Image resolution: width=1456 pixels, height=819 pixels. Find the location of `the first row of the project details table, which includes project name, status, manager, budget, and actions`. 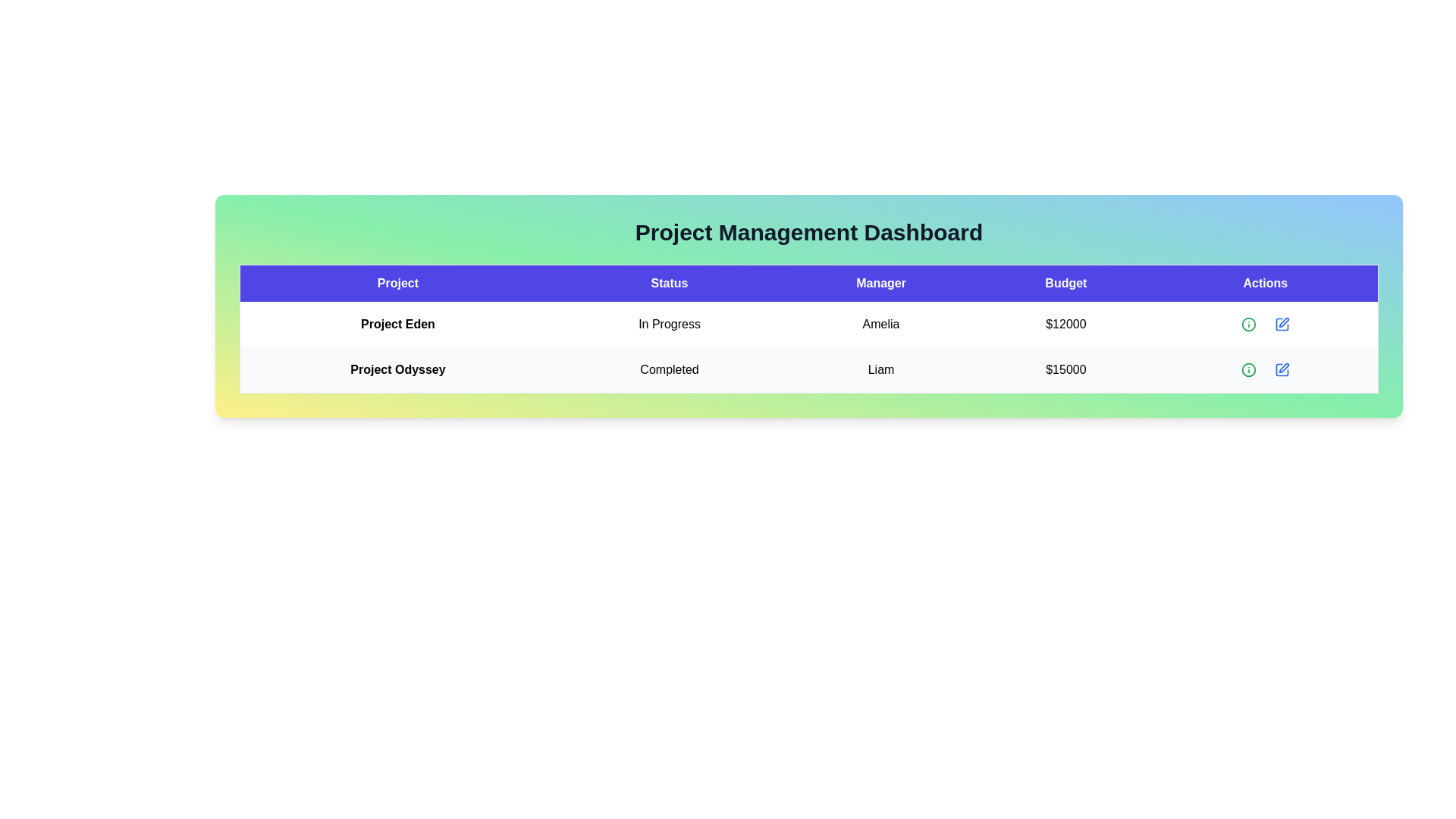

the first row of the project details table, which includes project name, status, manager, budget, and actions is located at coordinates (808, 324).